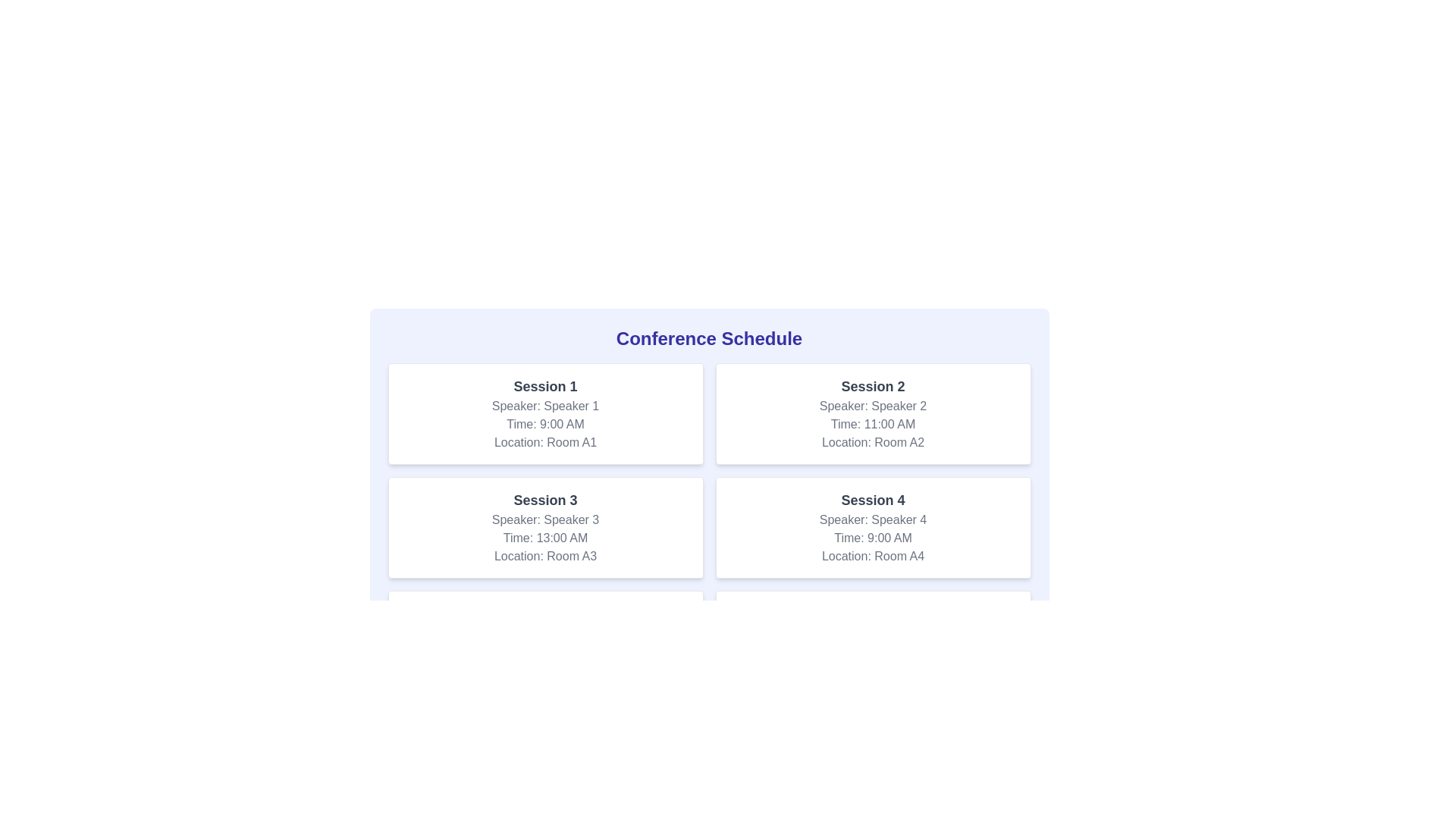 Image resolution: width=1456 pixels, height=819 pixels. Describe the element at coordinates (873, 414) in the screenshot. I see `the second information card in the grid layout that displays session details to interact with it` at that location.